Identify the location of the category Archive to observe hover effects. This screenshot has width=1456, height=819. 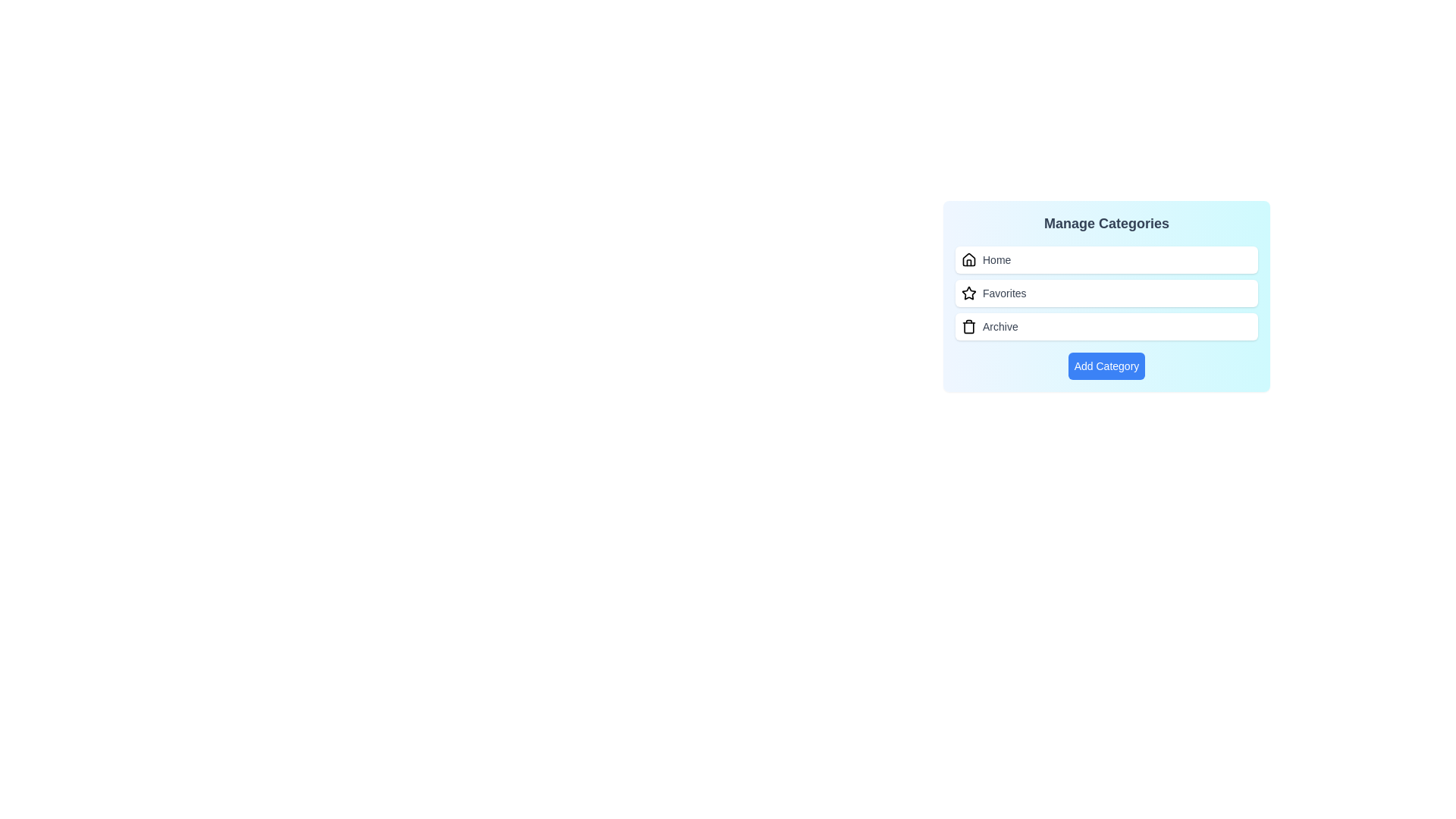
(1106, 326).